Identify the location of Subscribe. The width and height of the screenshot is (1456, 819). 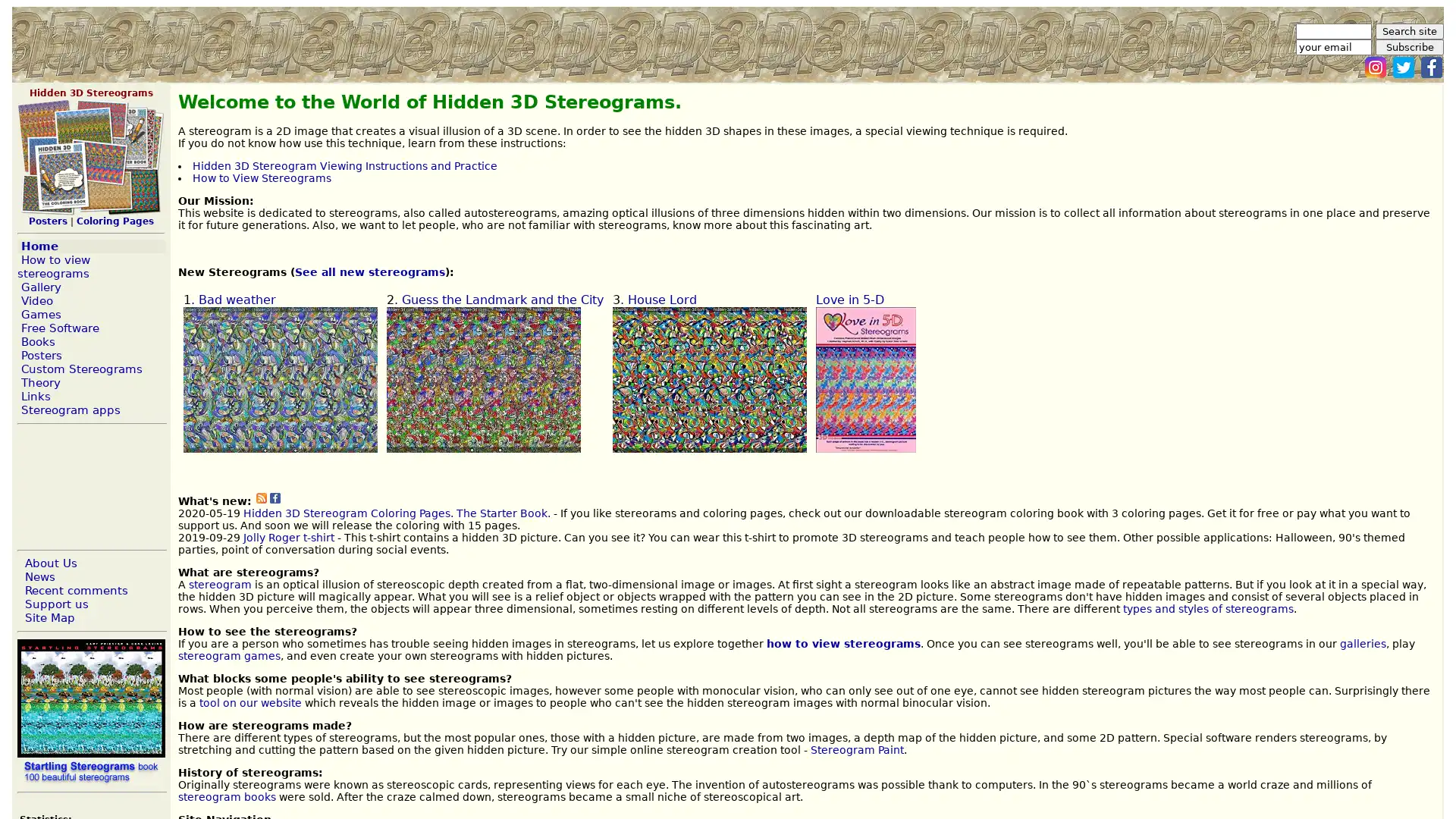
(1408, 46).